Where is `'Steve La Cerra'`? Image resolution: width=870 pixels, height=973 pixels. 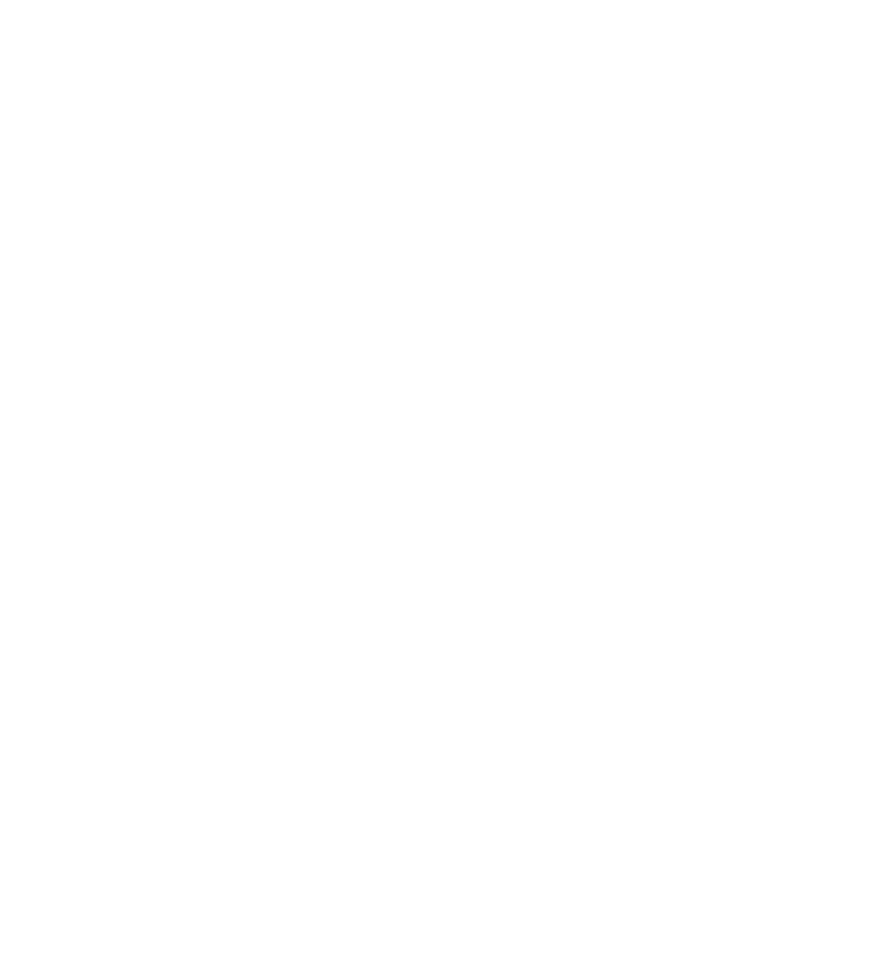
'Steve La Cerra' is located at coordinates (279, 296).